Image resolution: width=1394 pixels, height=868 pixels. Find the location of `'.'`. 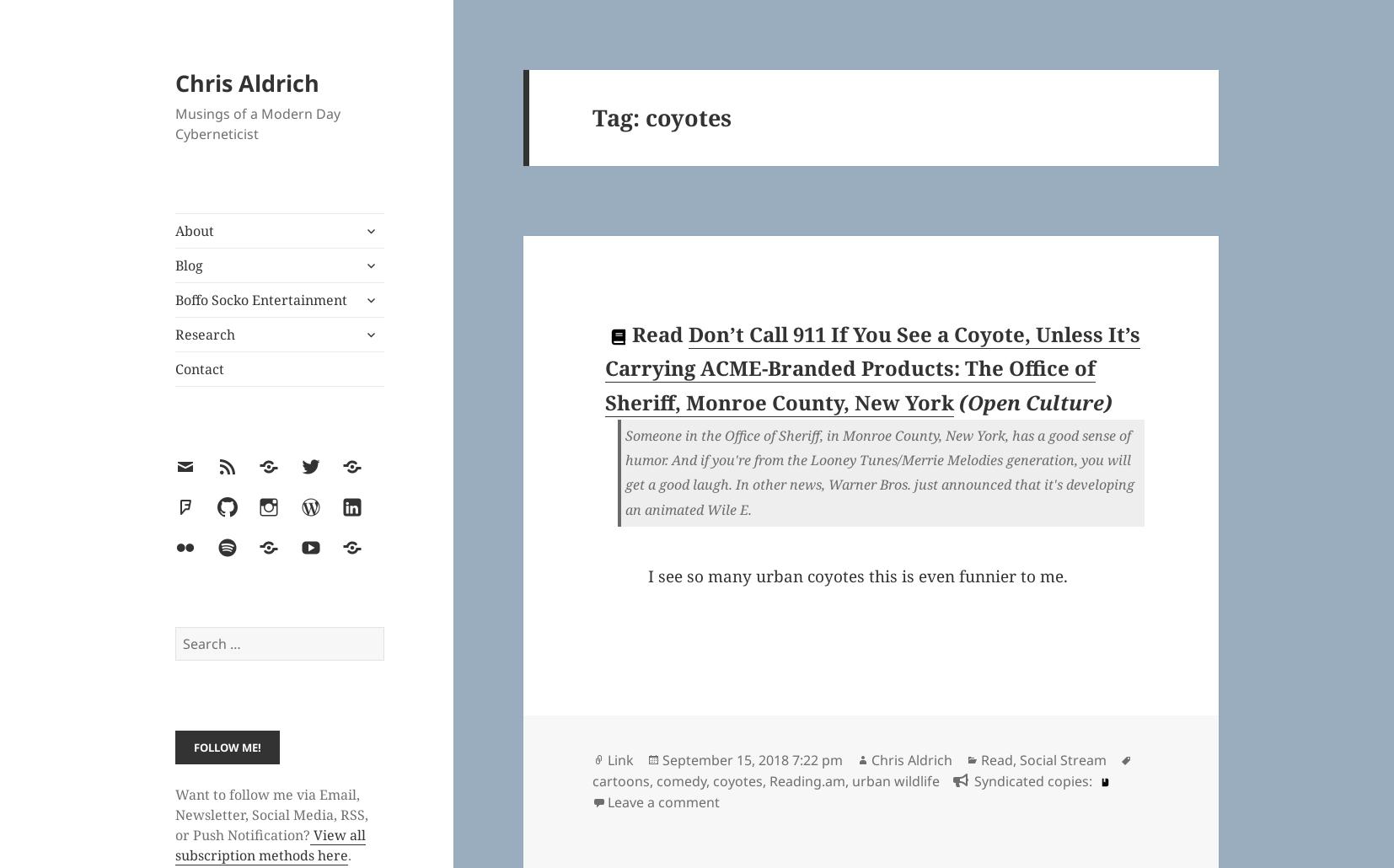

'.' is located at coordinates (348, 854).